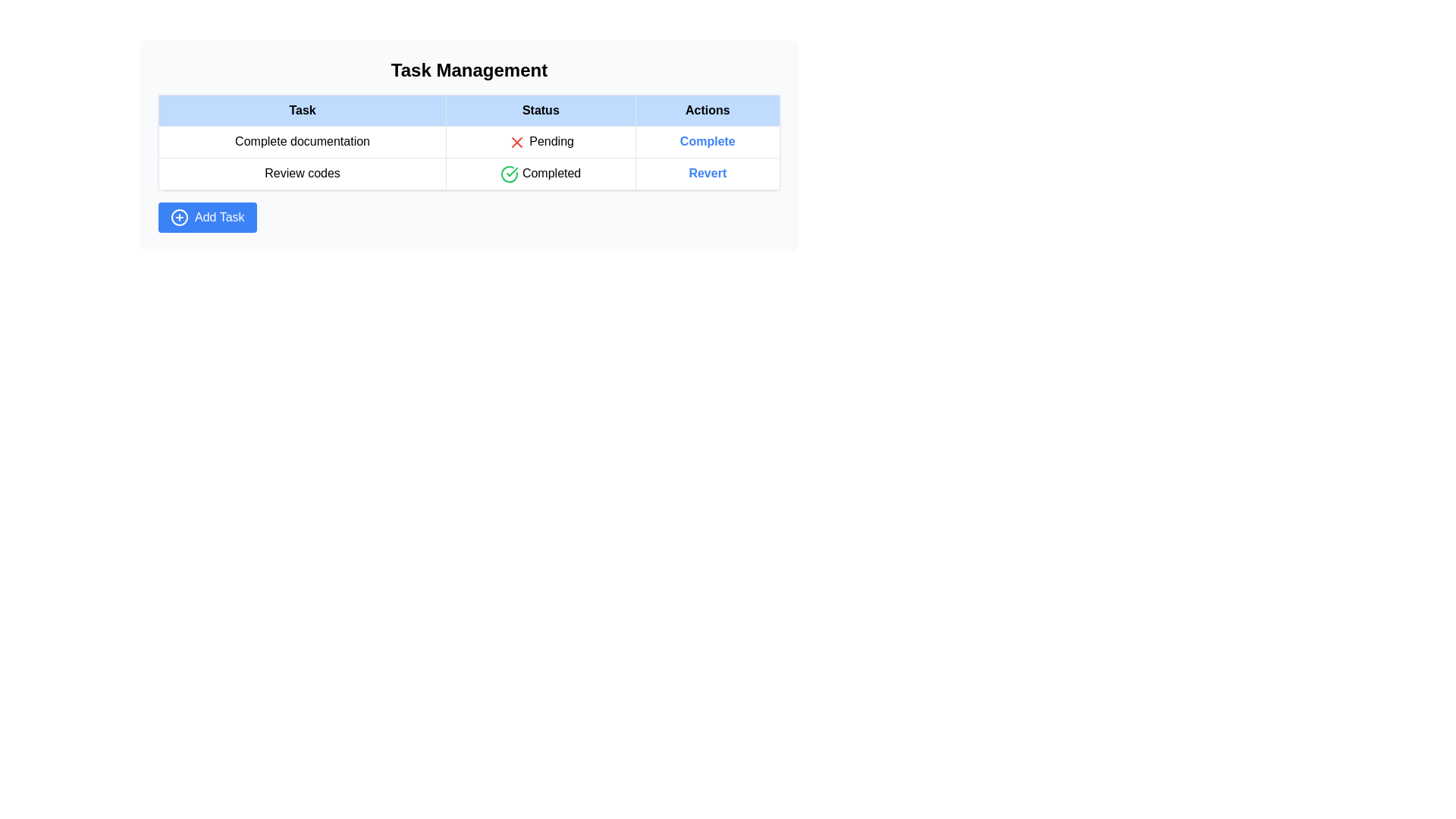 Image resolution: width=1456 pixels, height=819 pixels. Describe the element at coordinates (510, 173) in the screenshot. I see `the green circular check icon with a checkmark symbol located in the Status column of the second row of the table, which indicates completion or correctness` at that location.